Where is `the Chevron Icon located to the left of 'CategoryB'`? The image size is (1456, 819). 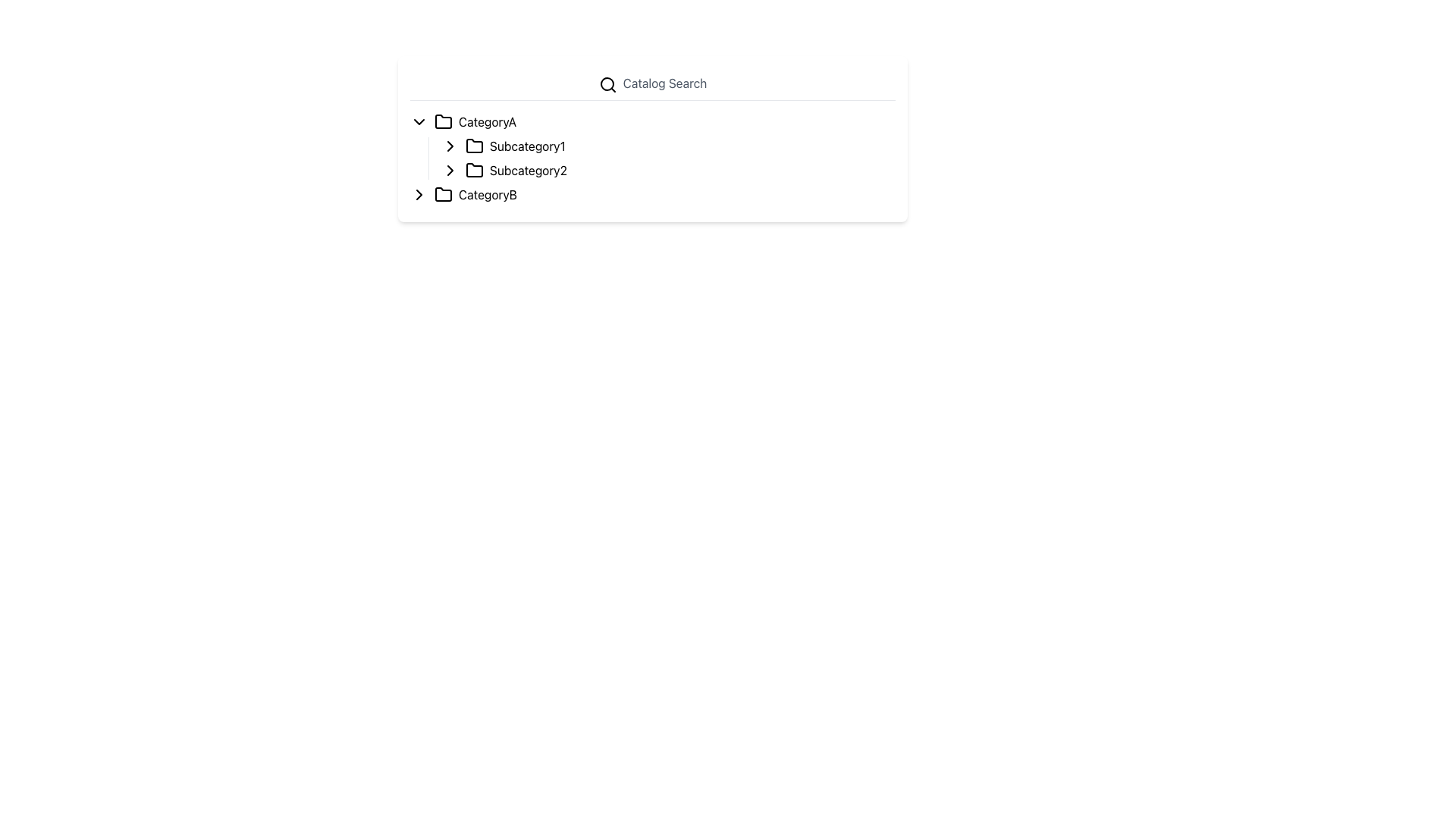 the Chevron Icon located to the left of 'CategoryB' is located at coordinates (419, 193).